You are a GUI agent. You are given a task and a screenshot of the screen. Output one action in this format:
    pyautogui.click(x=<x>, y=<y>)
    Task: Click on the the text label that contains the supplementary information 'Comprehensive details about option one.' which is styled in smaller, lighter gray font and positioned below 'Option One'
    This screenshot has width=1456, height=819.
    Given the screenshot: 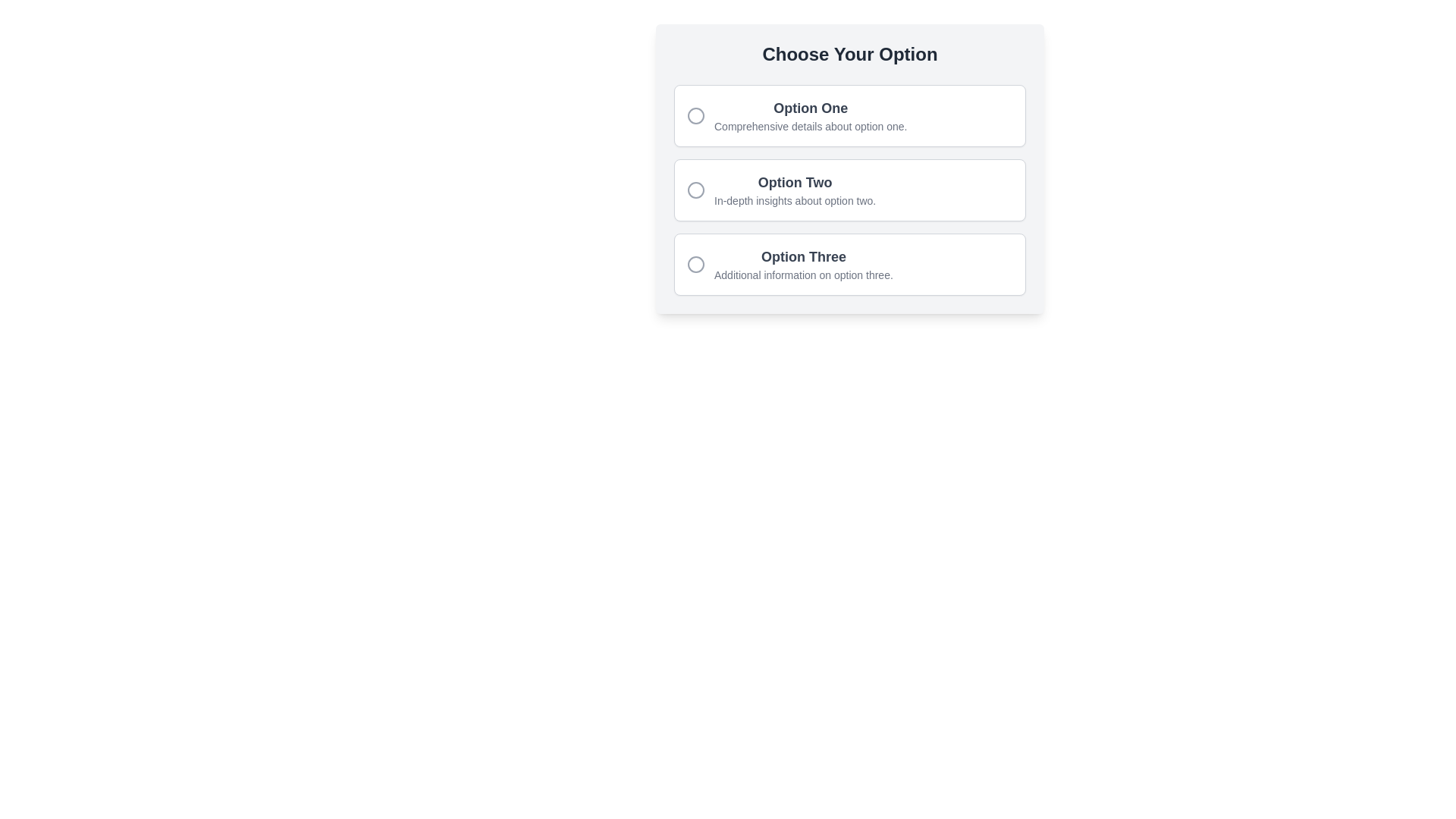 What is the action you would take?
    pyautogui.click(x=810, y=125)
    